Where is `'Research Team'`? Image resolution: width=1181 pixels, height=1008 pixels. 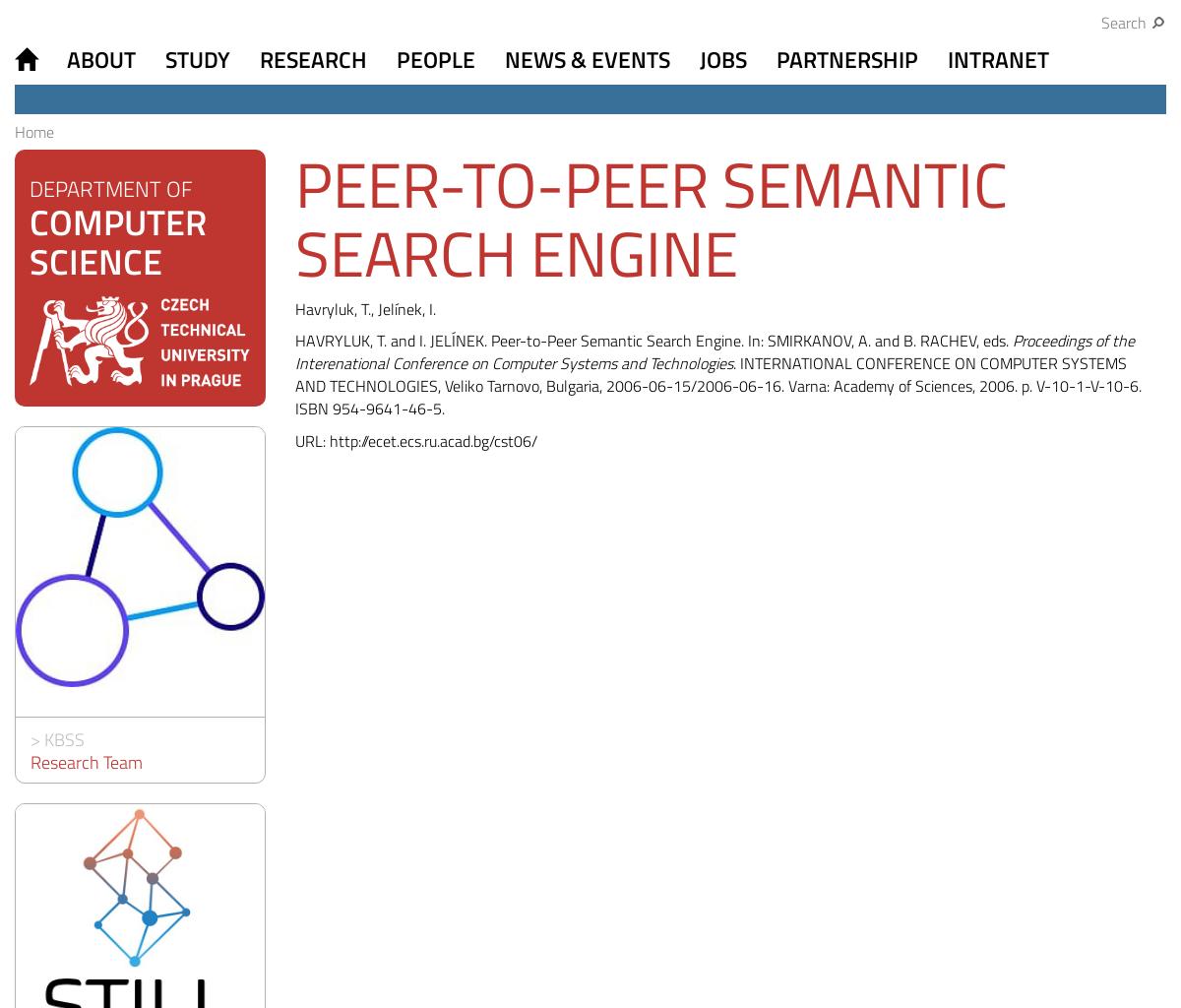 'Research Team' is located at coordinates (86, 762).